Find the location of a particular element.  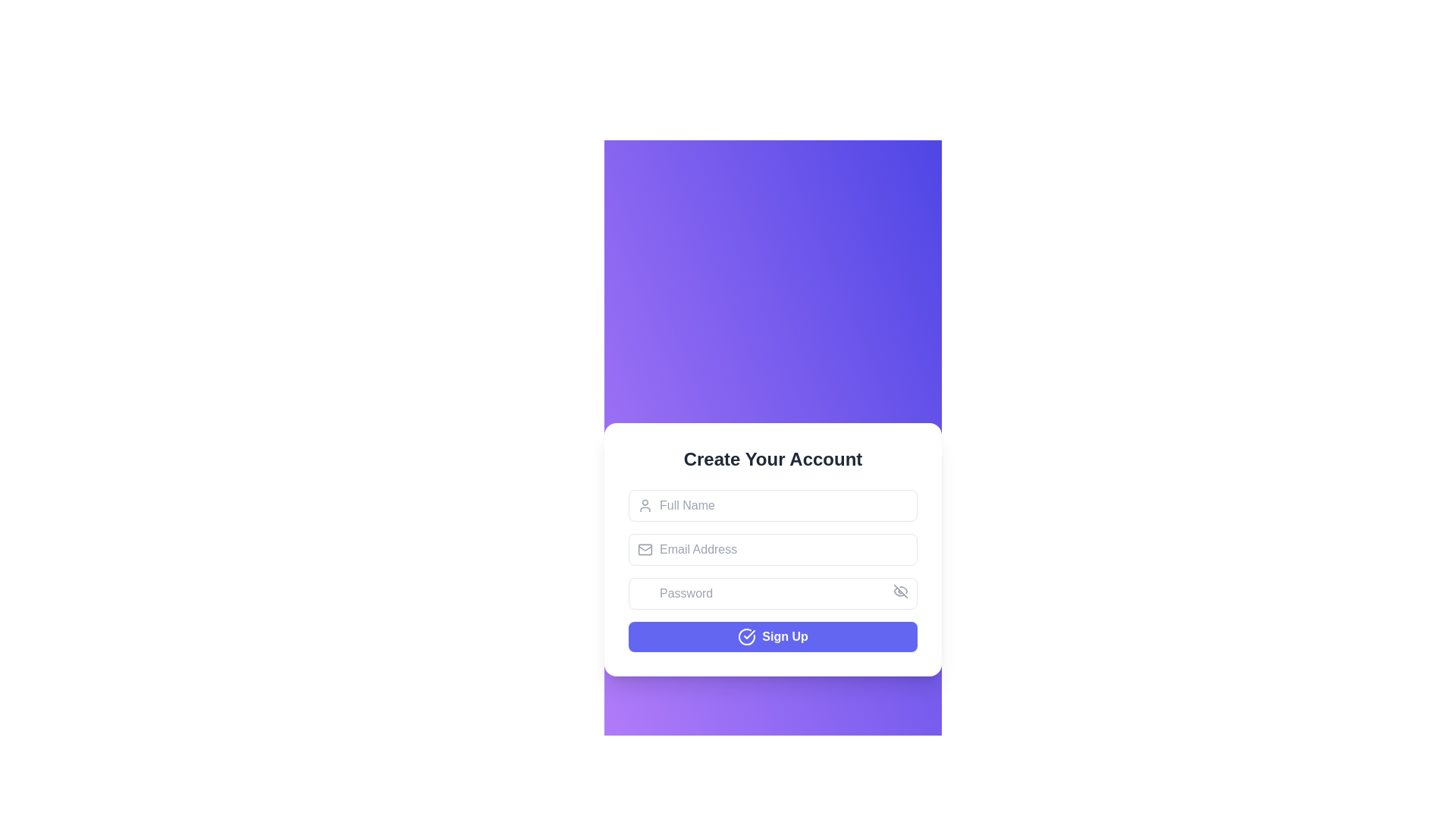

the graphical representation of the diagonal line icon, which is part of the eye-off icon located near the bottom-right corner of the password input field is located at coordinates (901, 590).